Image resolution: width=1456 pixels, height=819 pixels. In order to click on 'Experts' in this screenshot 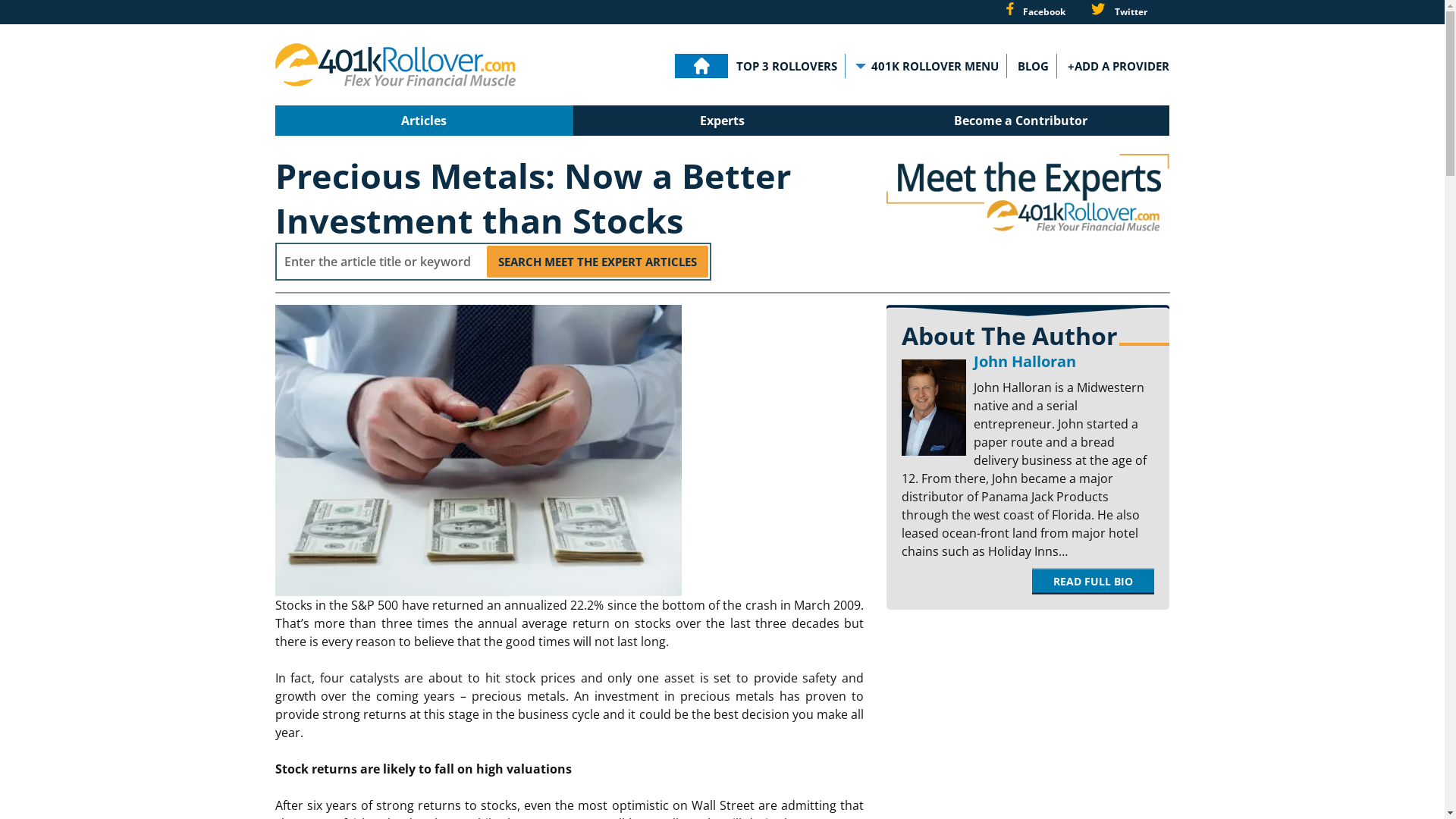, I will do `click(721, 119)`.